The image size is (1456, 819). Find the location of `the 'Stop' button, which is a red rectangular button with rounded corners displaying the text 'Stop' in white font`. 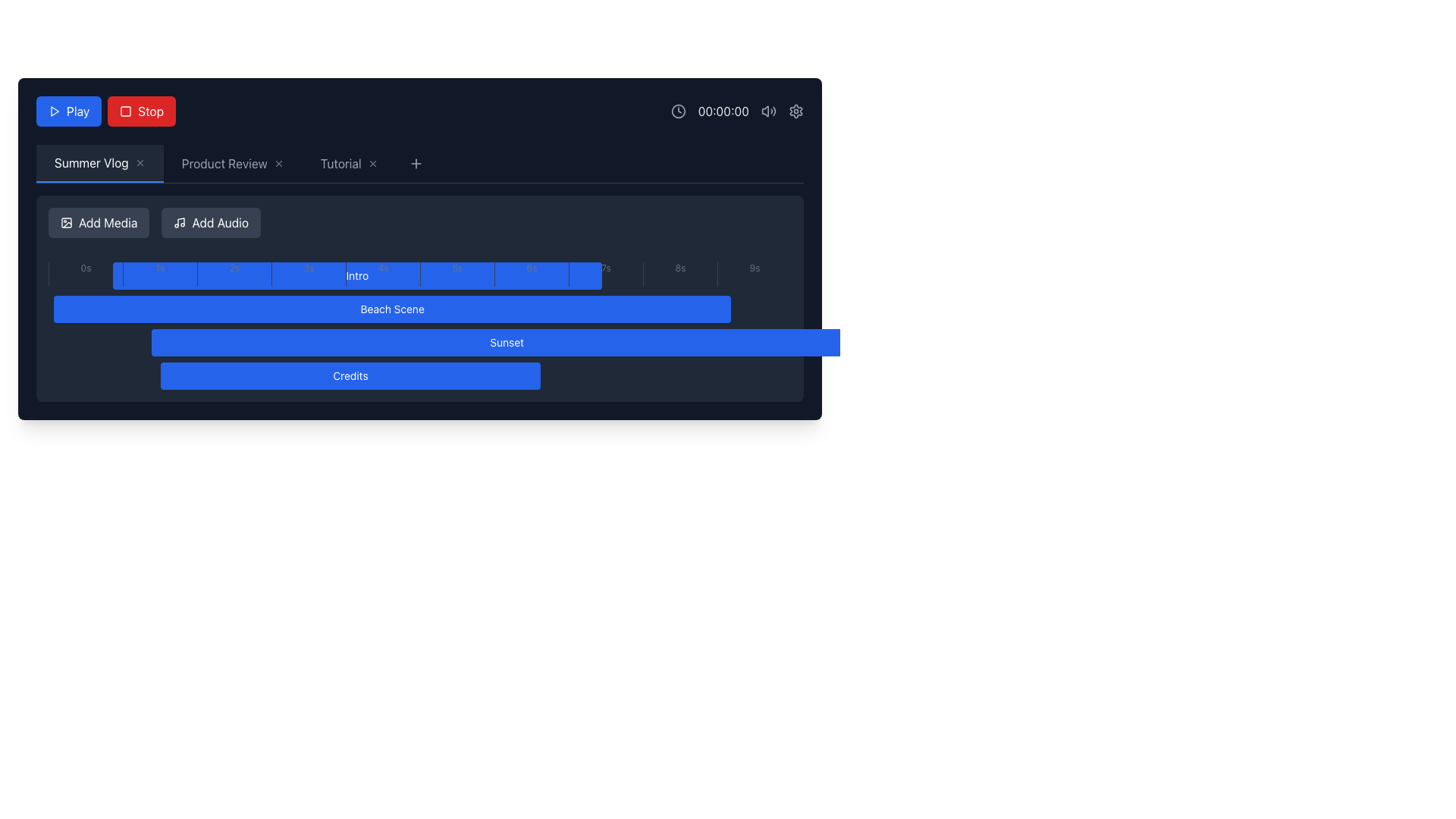

the 'Stop' button, which is a red rectangular button with rounded corners displaying the text 'Stop' in white font is located at coordinates (151, 110).